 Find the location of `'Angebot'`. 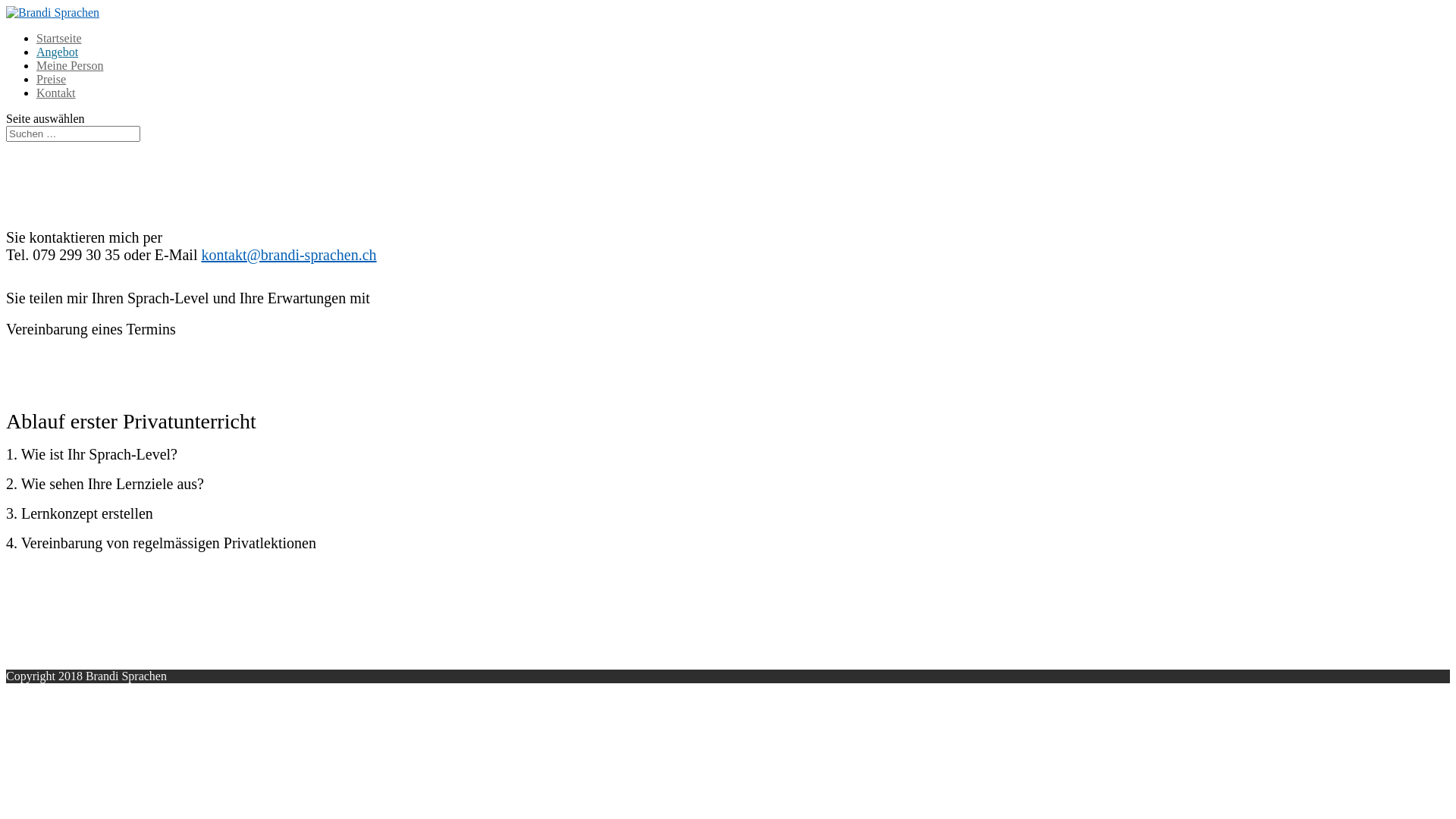

'Angebot' is located at coordinates (57, 51).